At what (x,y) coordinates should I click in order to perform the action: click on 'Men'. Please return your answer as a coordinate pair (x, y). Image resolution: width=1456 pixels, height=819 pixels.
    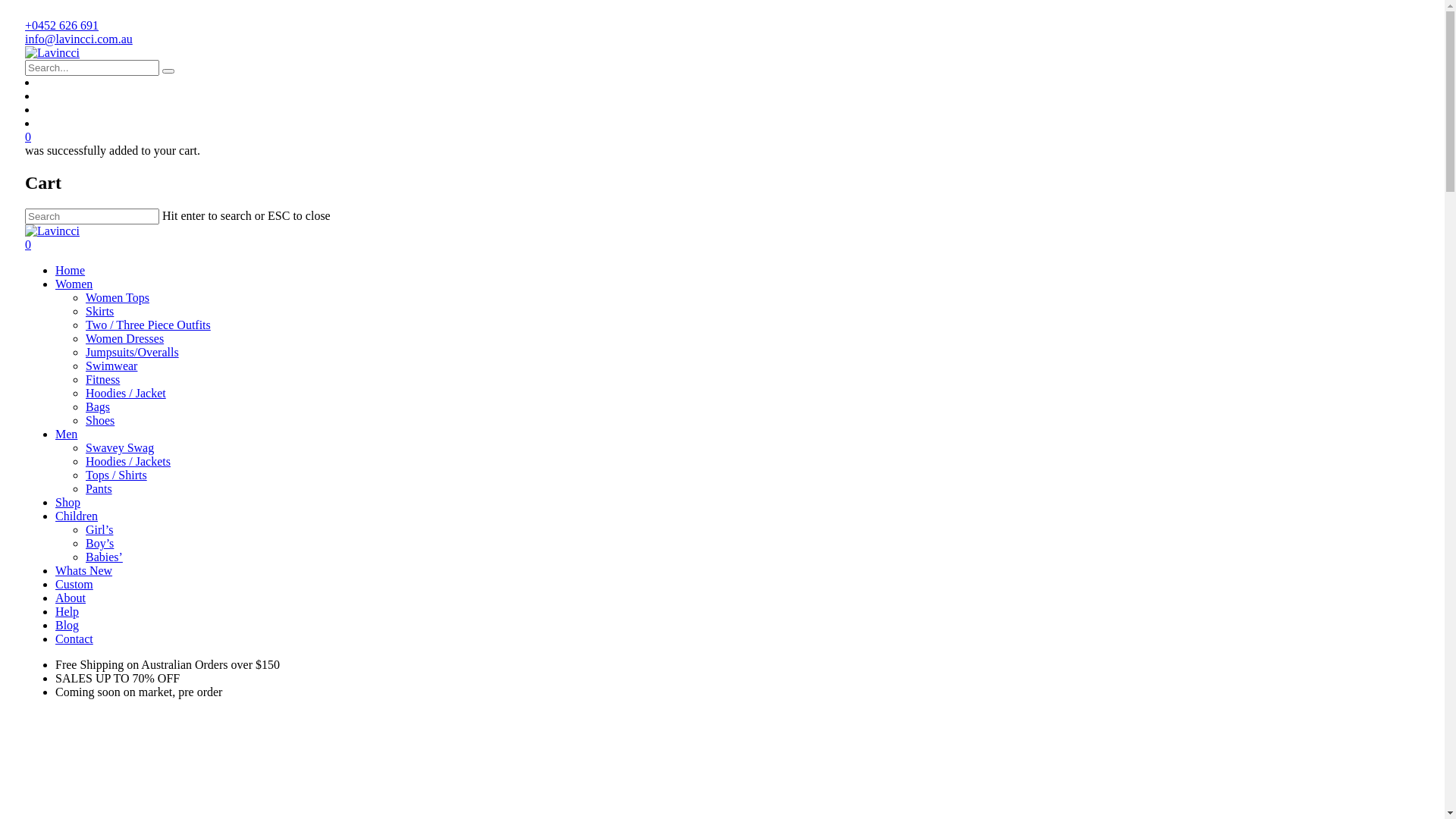
    Looking at the image, I should click on (65, 434).